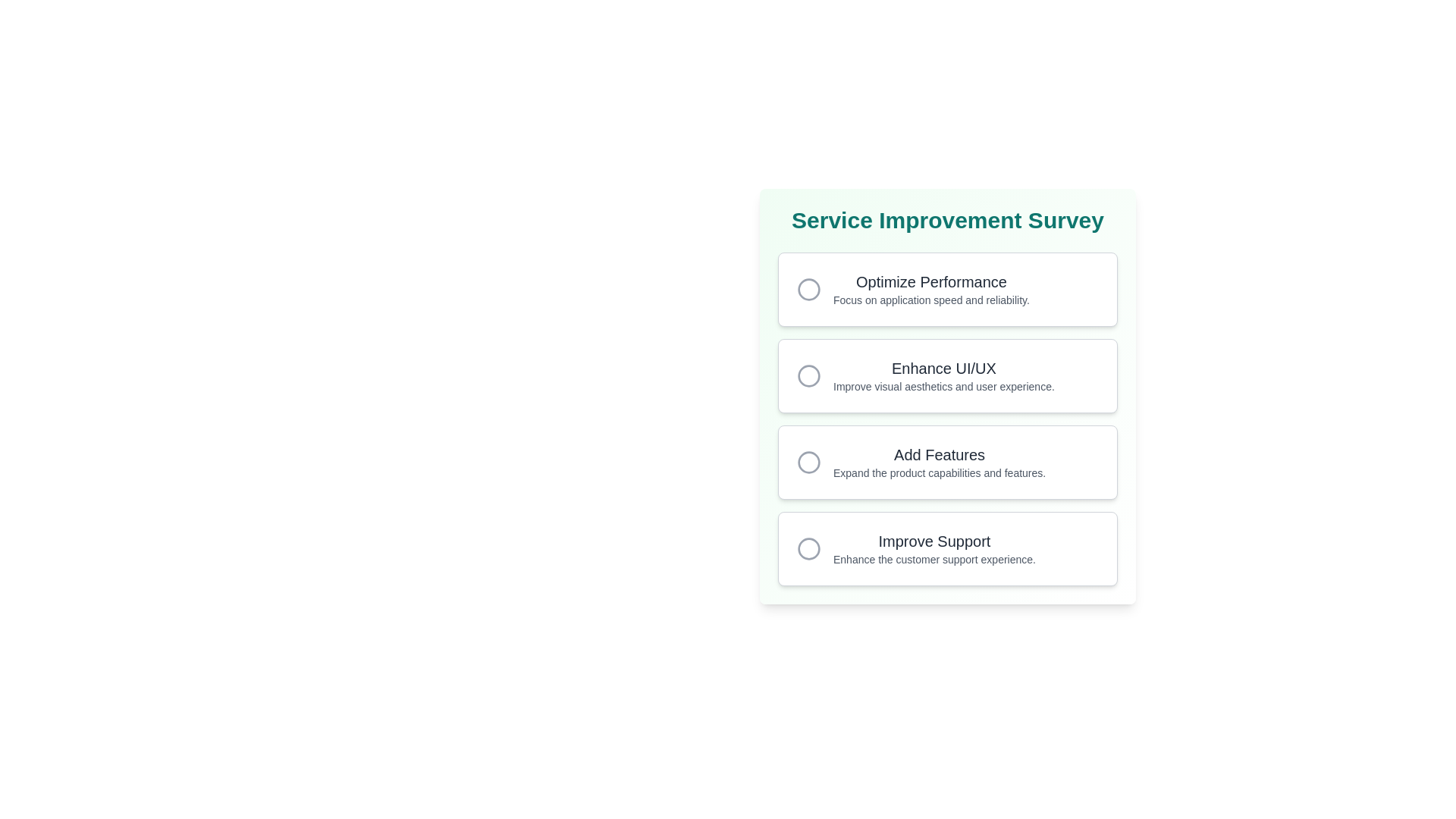 The height and width of the screenshot is (819, 1456). What do you see at coordinates (943, 385) in the screenshot?
I see `the text label that reads 'Improve visual aesthetics and user experience.' located below the heading 'Enhance UI/UX' in the 'Service Improvement Survey' panel` at bounding box center [943, 385].